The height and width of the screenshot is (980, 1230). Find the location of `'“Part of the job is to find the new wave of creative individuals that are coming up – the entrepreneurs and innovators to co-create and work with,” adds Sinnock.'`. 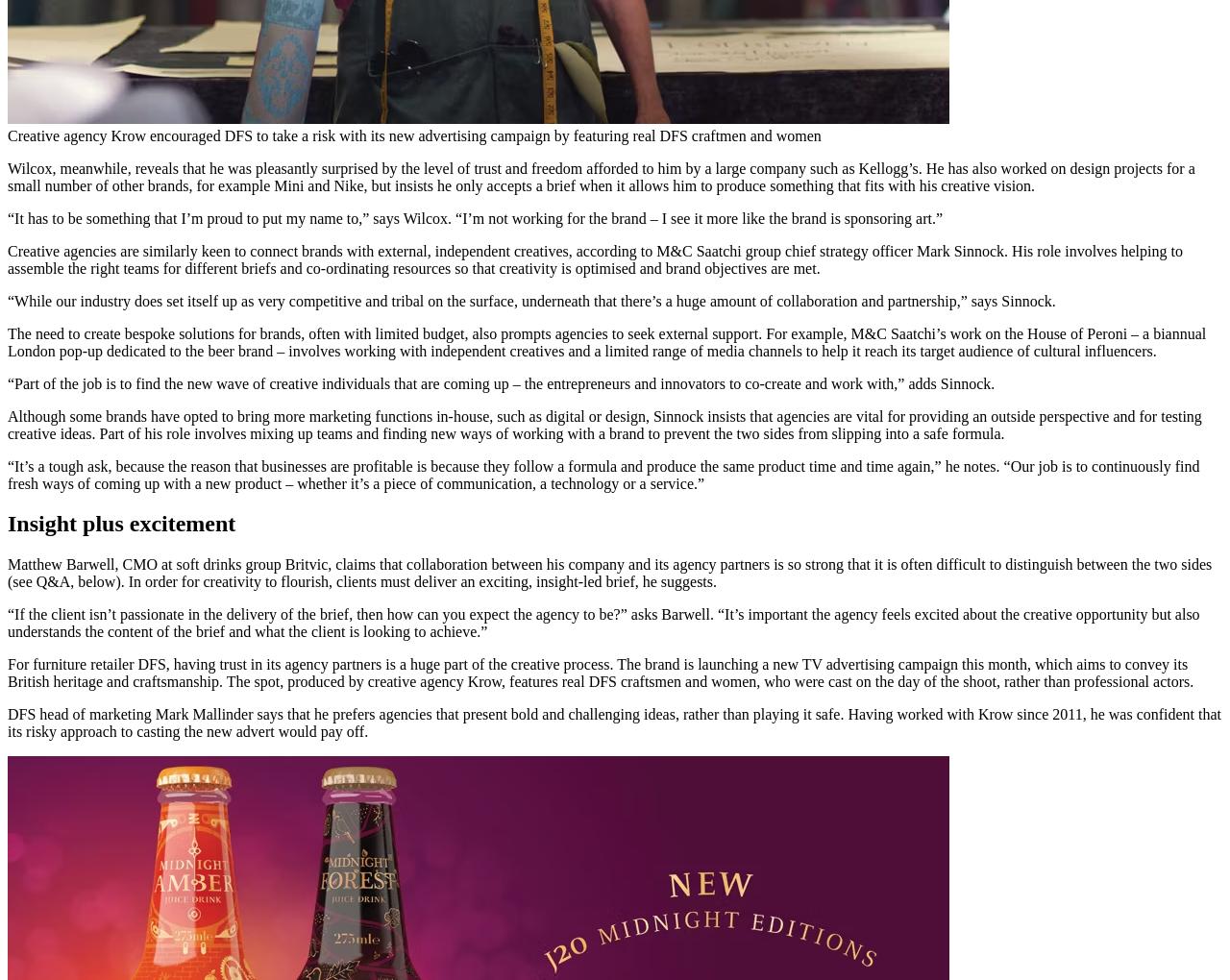

'“Part of the job is to find the new wave of creative individuals that are coming up – the entrepreneurs and innovators to co-create and work with,” adds Sinnock.' is located at coordinates (8, 382).